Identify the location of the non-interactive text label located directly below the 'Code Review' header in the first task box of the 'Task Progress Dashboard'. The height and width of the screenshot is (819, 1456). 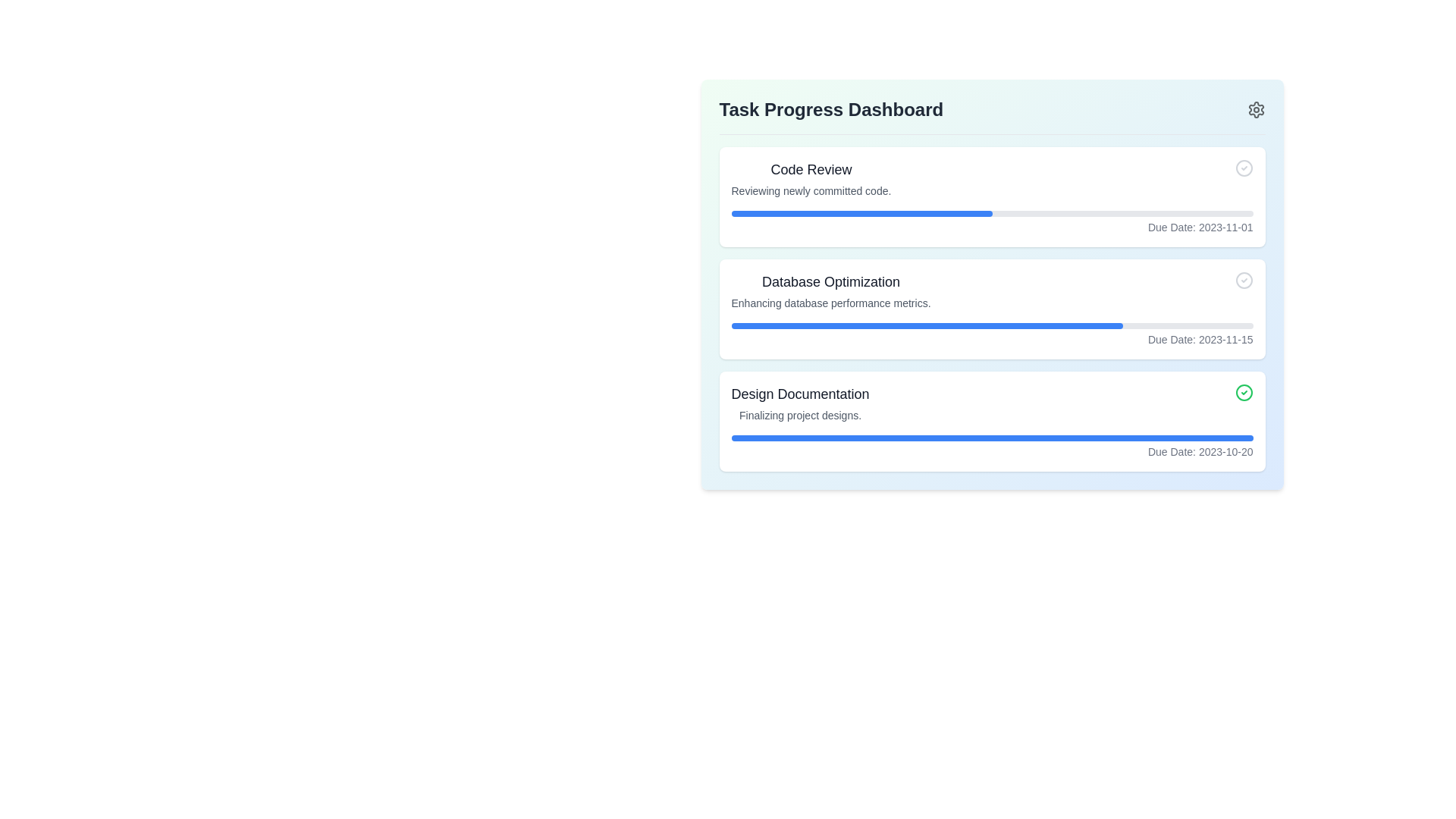
(811, 190).